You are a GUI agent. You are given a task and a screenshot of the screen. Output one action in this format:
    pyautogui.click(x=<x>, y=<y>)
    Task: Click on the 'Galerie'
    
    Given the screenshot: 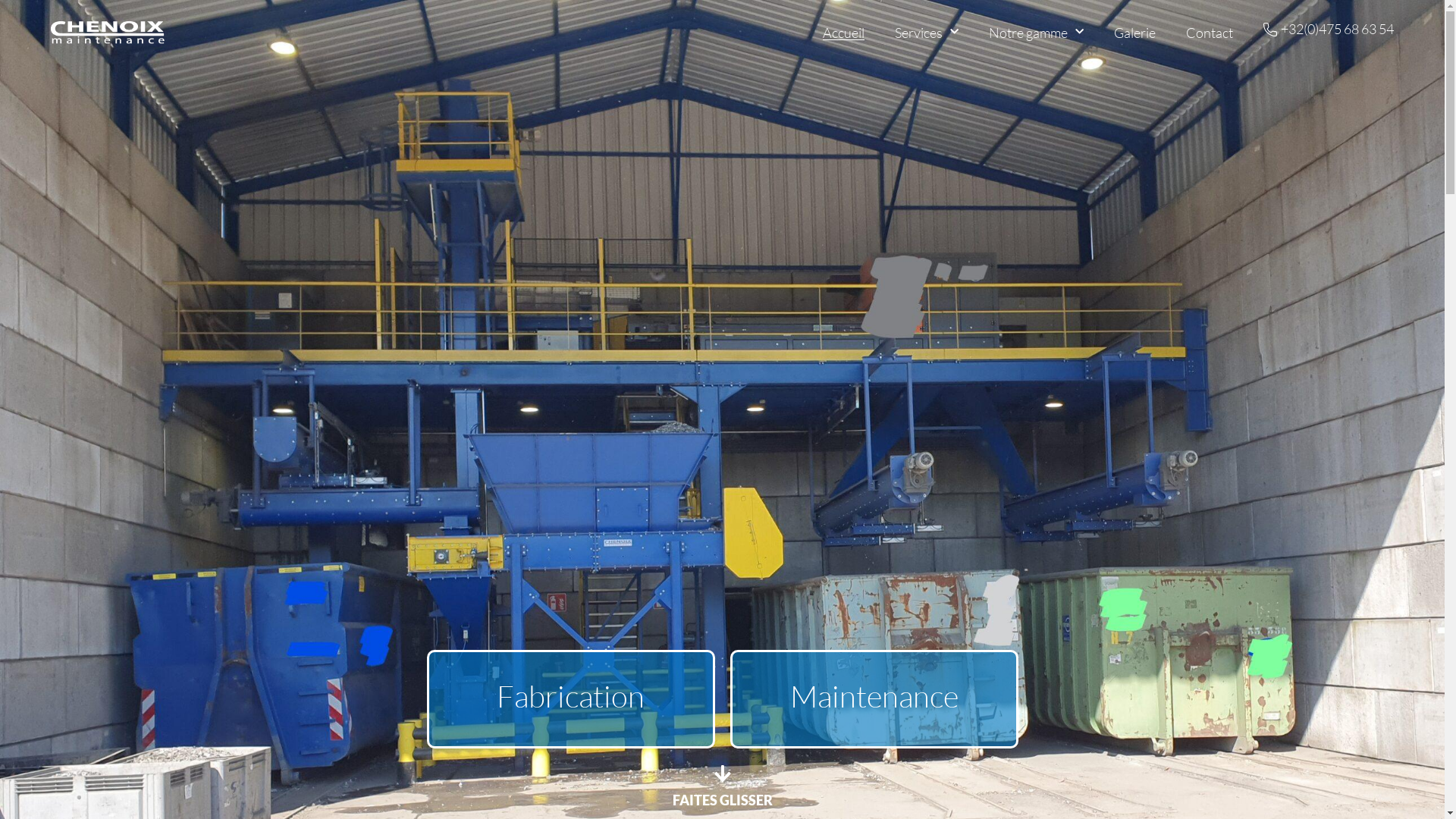 What is the action you would take?
    pyautogui.click(x=1134, y=32)
    